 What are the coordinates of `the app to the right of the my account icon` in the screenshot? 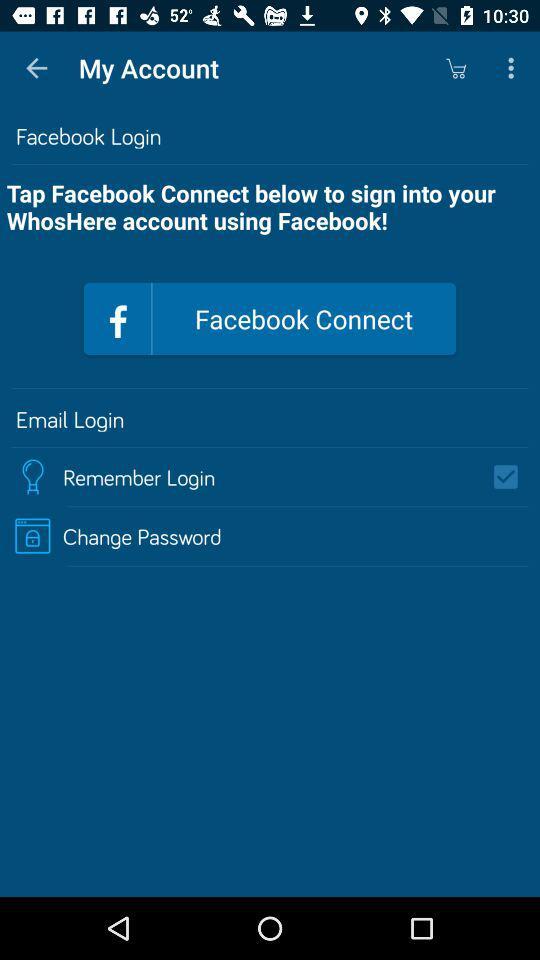 It's located at (455, 68).